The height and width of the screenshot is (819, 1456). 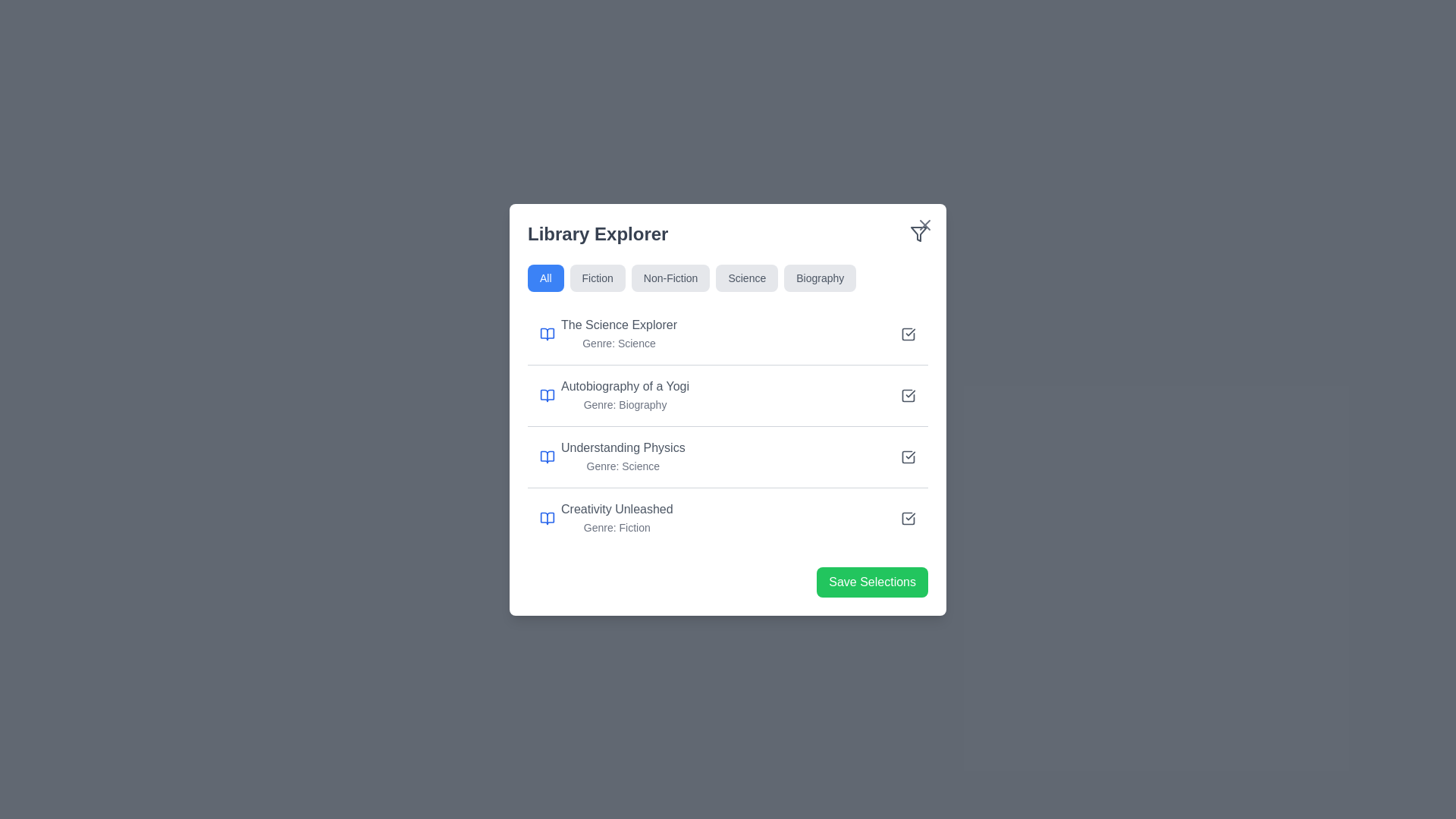 What do you see at coordinates (619, 333) in the screenshot?
I see `the text label displaying 'The Science Explorer' and 'Genre: Science', which is the first item in the Library Explorer list, located below the filter buttons` at bounding box center [619, 333].